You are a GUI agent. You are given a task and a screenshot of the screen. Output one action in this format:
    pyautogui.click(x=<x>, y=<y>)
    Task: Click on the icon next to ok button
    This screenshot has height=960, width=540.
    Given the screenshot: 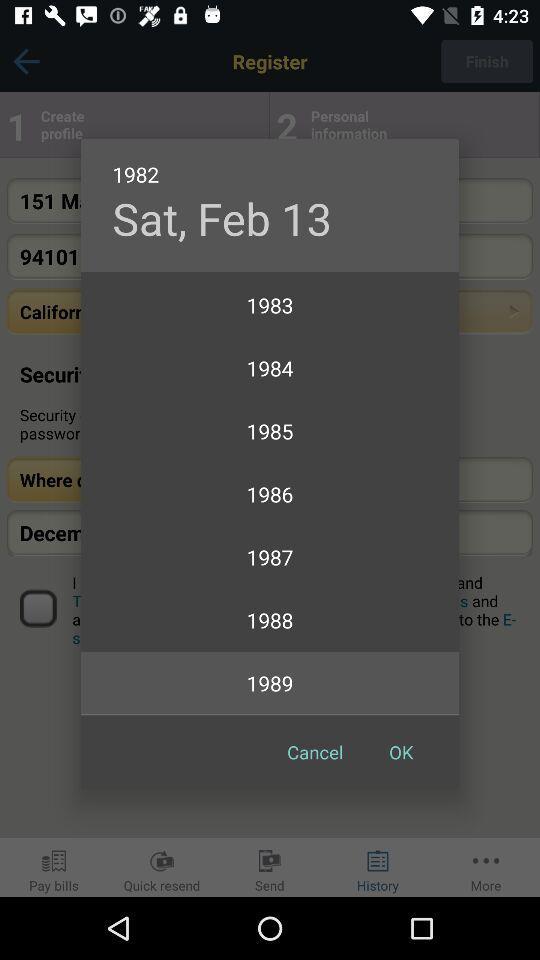 What is the action you would take?
    pyautogui.click(x=315, y=751)
    